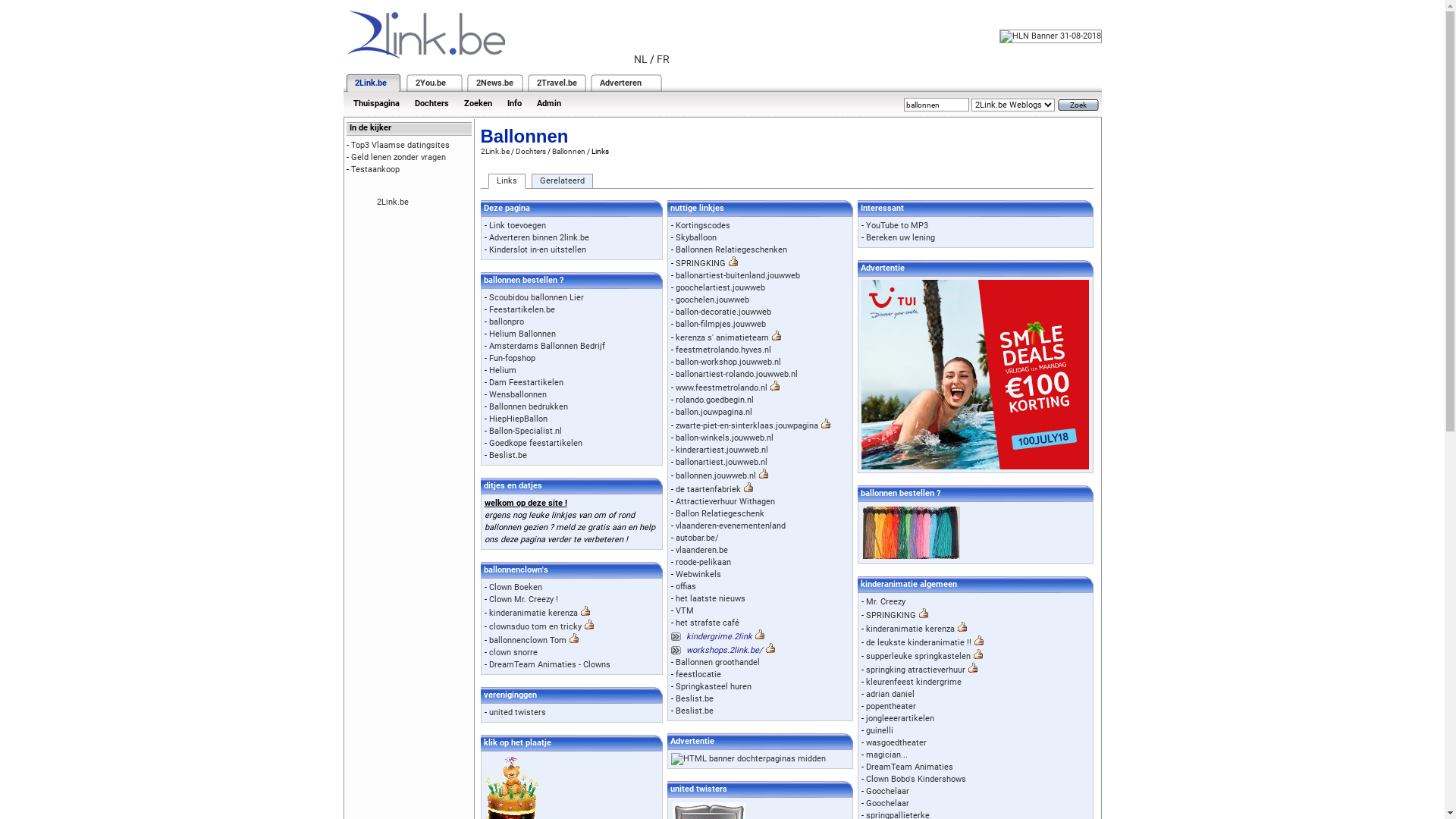 The height and width of the screenshot is (819, 1456). What do you see at coordinates (517, 419) in the screenshot?
I see `'HiepHiepBallon'` at bounding box center [517, 419].